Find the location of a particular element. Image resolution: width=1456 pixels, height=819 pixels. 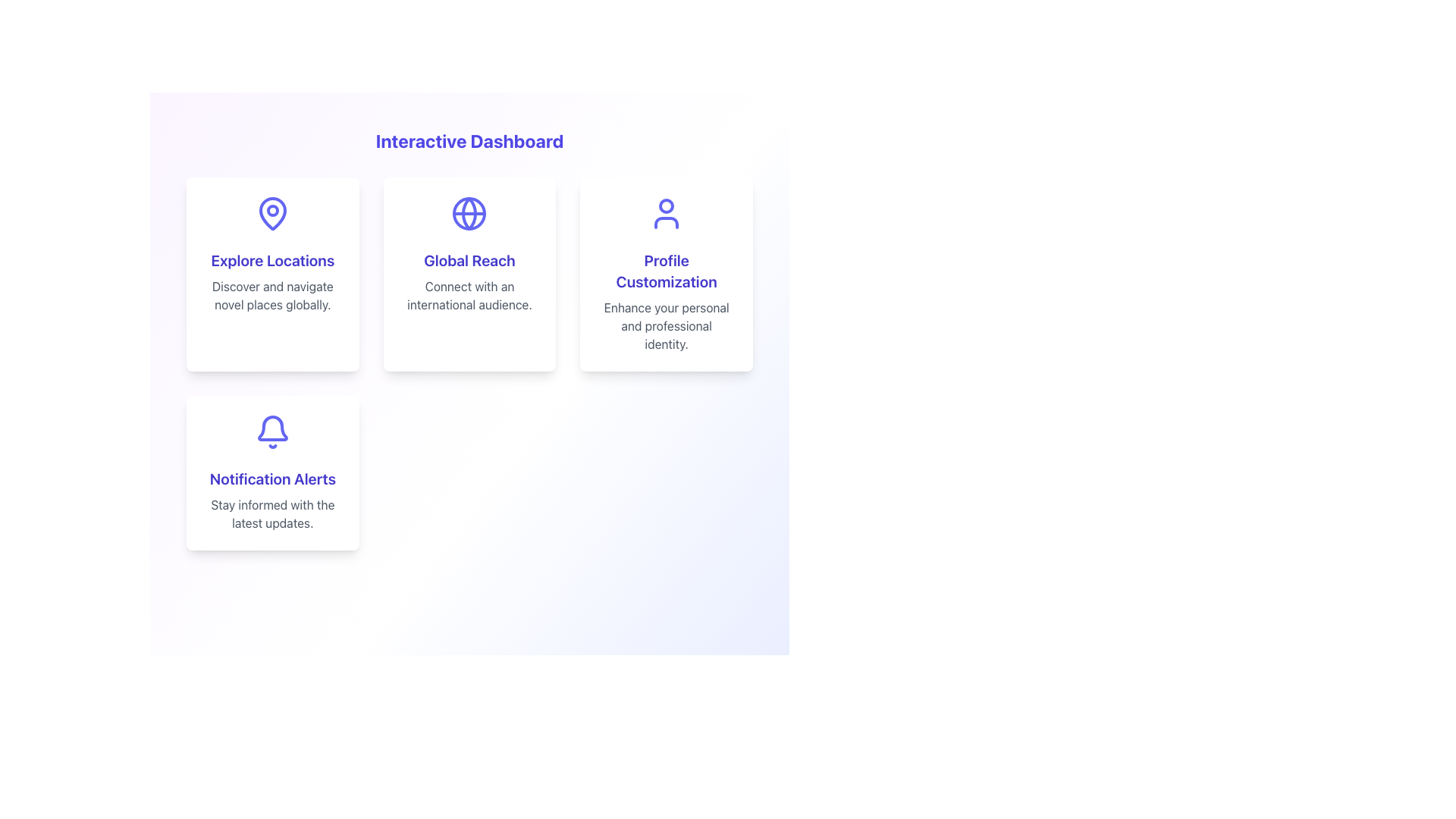

the blue bell-shaped notification icon located at the center of the 'Notification Alerts' card is located at coordinates (272, 428).